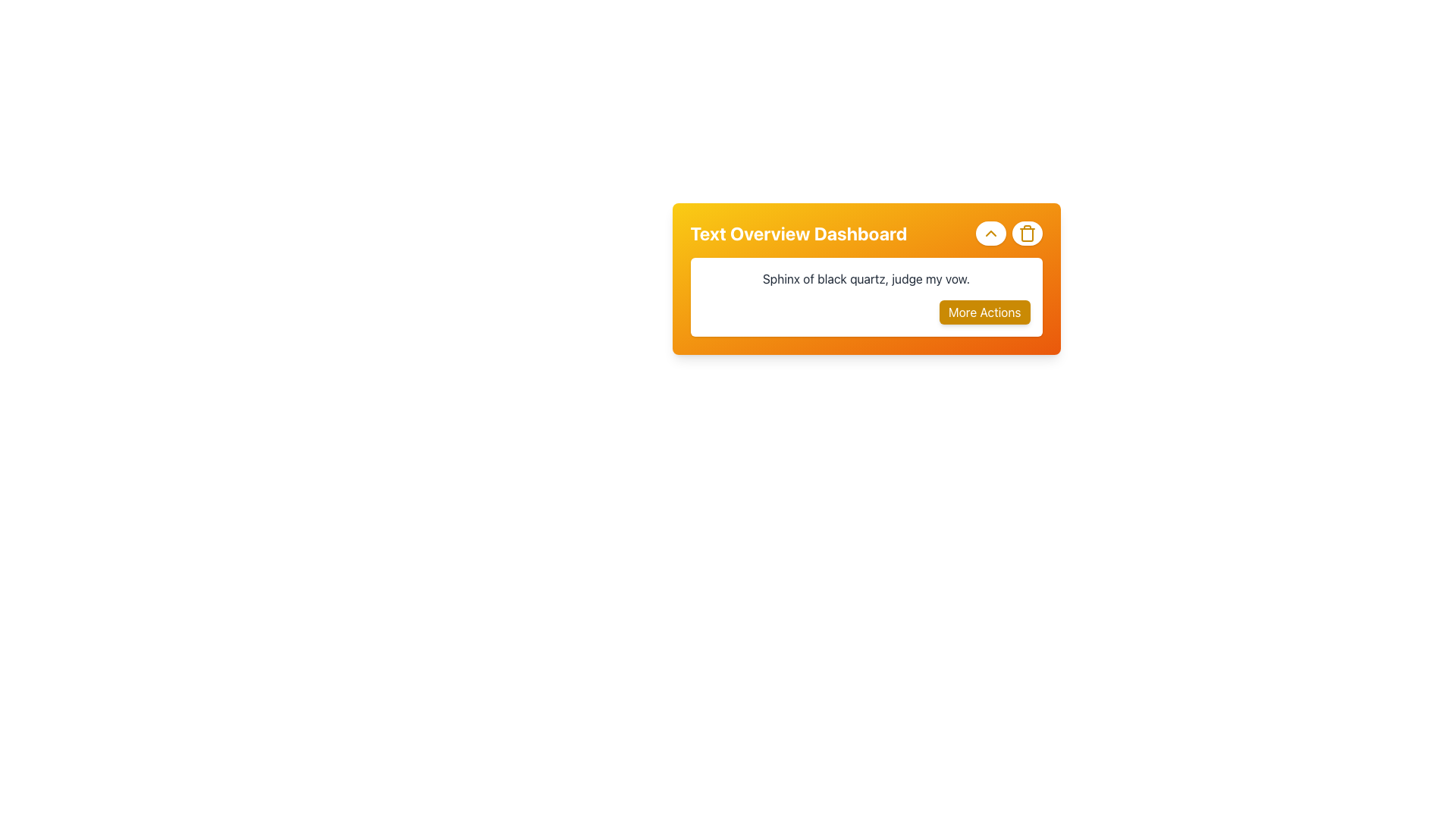  What do you see at coordinates (1027, 234) in the screenshot?
I see `the delete button located at the top-right corner of the orange-colored card` at bounding box center [1027, 234].